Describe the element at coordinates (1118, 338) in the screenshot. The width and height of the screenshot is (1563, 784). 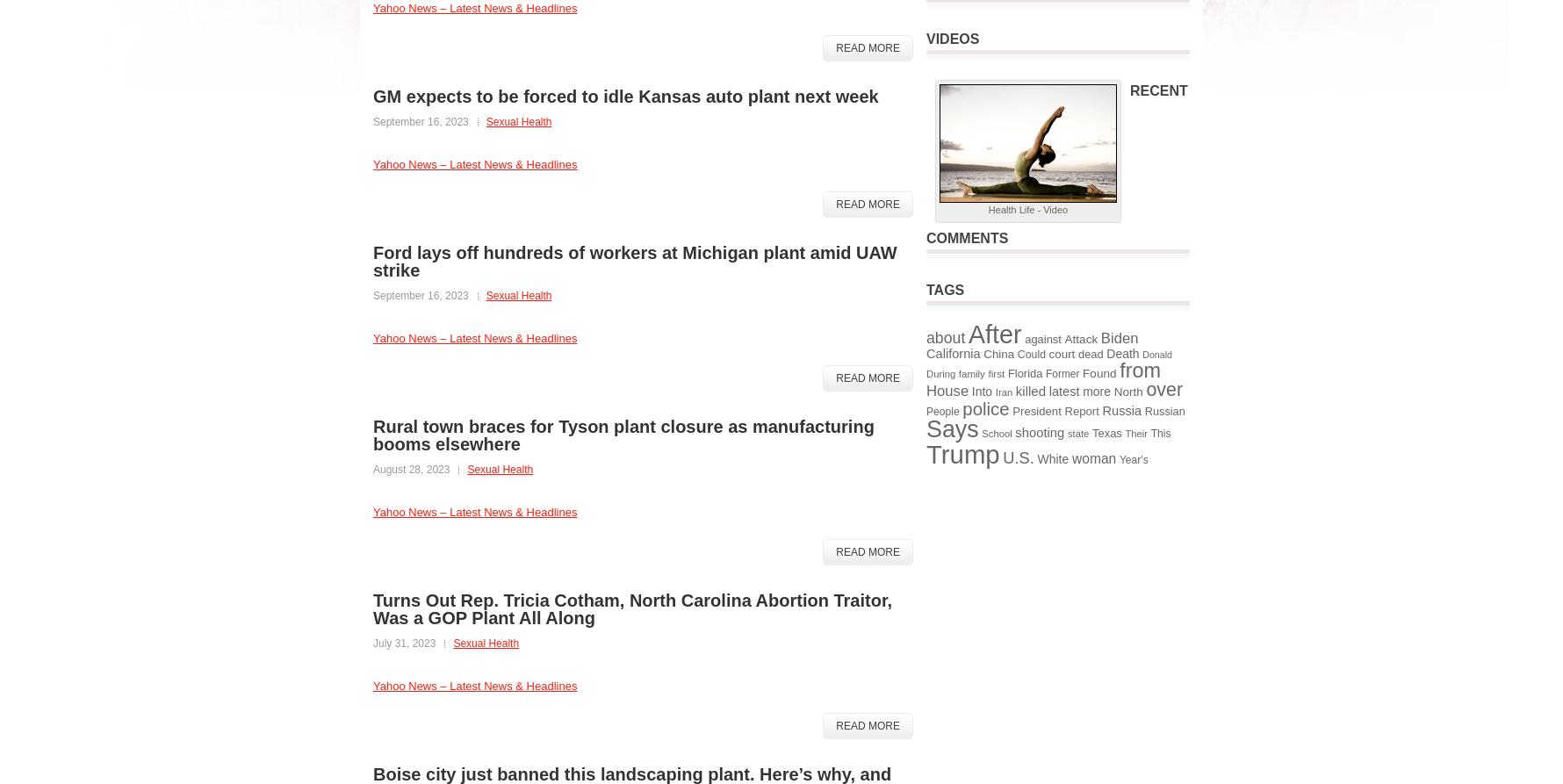
I see `'Biden'` at that location.